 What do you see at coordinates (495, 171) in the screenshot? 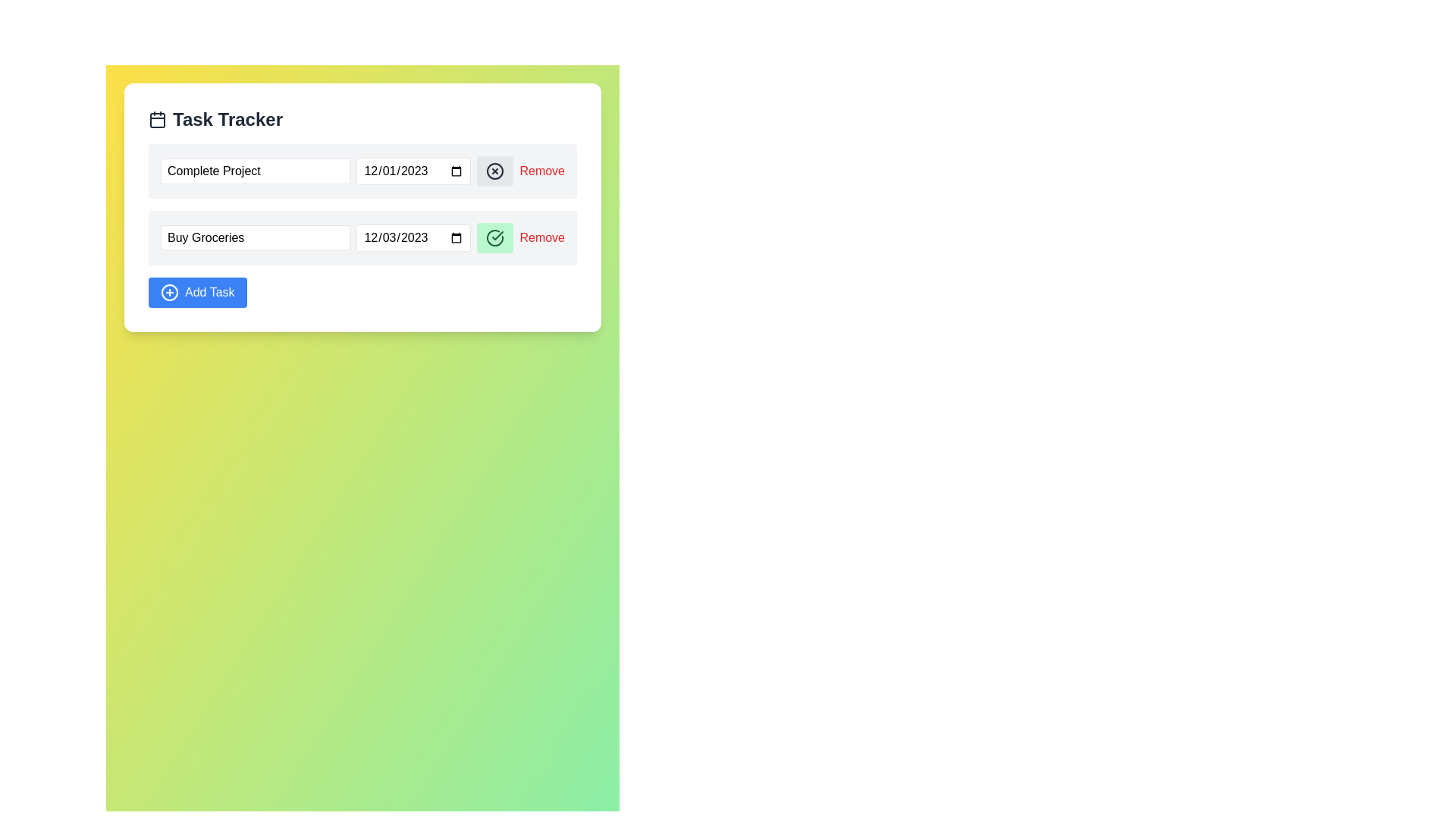
I see `the Icon button, which is an SVG icon with a circular border and a prominent cross ('X') symbol, located in the first task entry of the task tracker, positioned between the date picker and the 'Remove' button` at bounding box center [495, 171].